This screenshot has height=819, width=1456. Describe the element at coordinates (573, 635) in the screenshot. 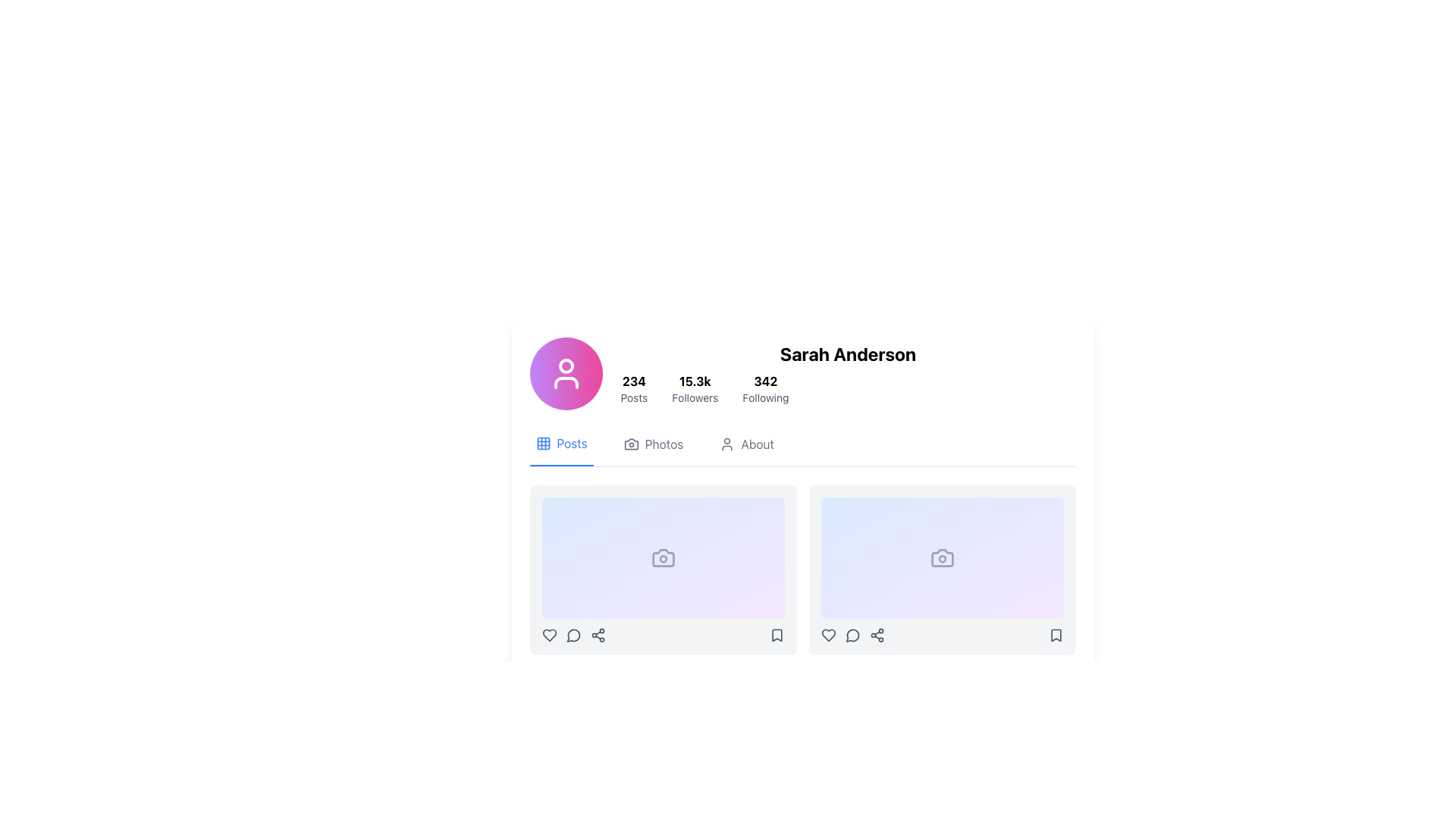

I see `the speech bubble icon that signifies the action of viewing or adding comments to a post, located below the leftmost post image, to the left of the share icon and to the right of the like icon` at that location.